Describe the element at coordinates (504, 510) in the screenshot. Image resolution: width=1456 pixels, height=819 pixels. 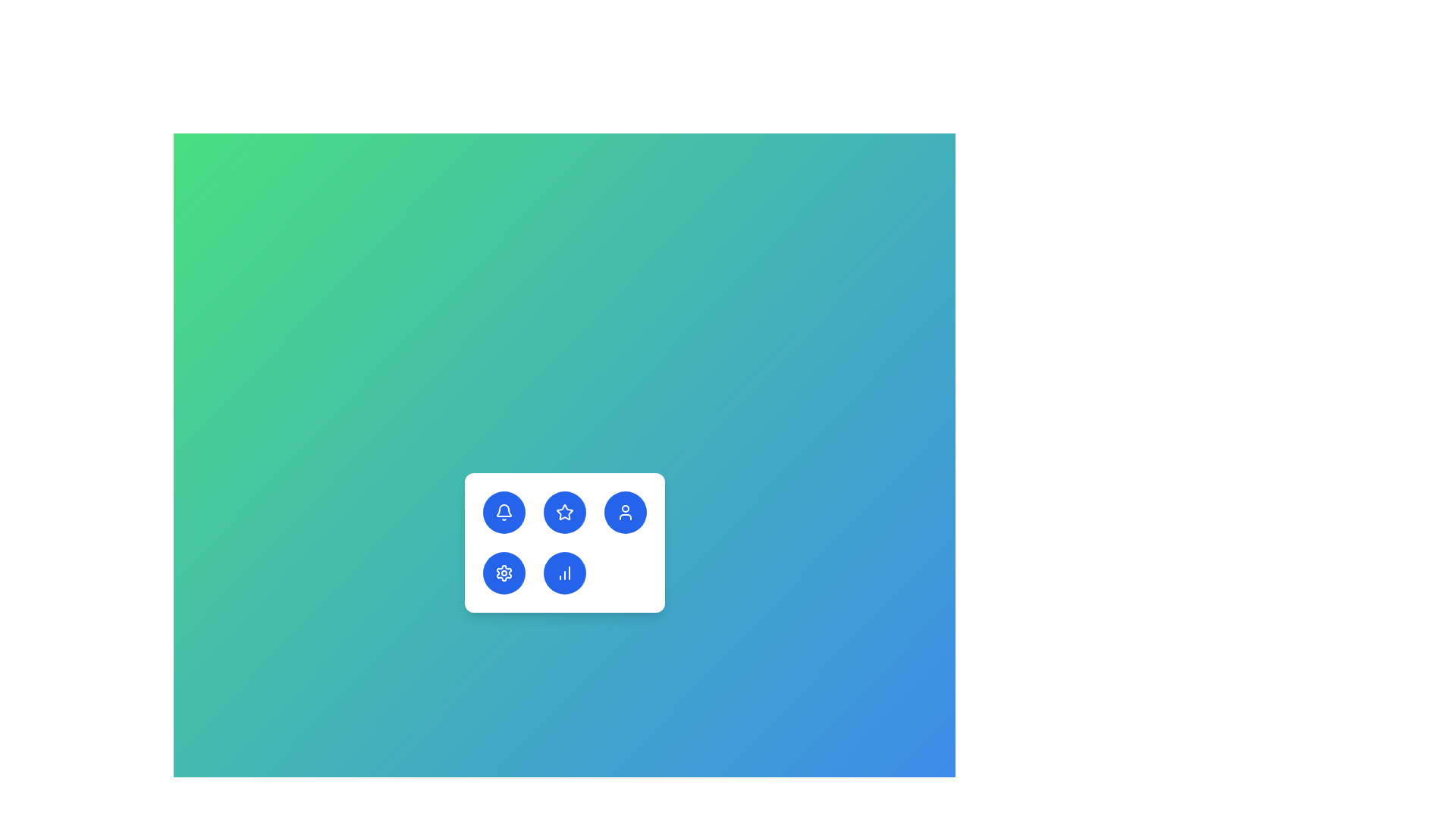
I see `the blue bell icon associated with notifications` at that location.